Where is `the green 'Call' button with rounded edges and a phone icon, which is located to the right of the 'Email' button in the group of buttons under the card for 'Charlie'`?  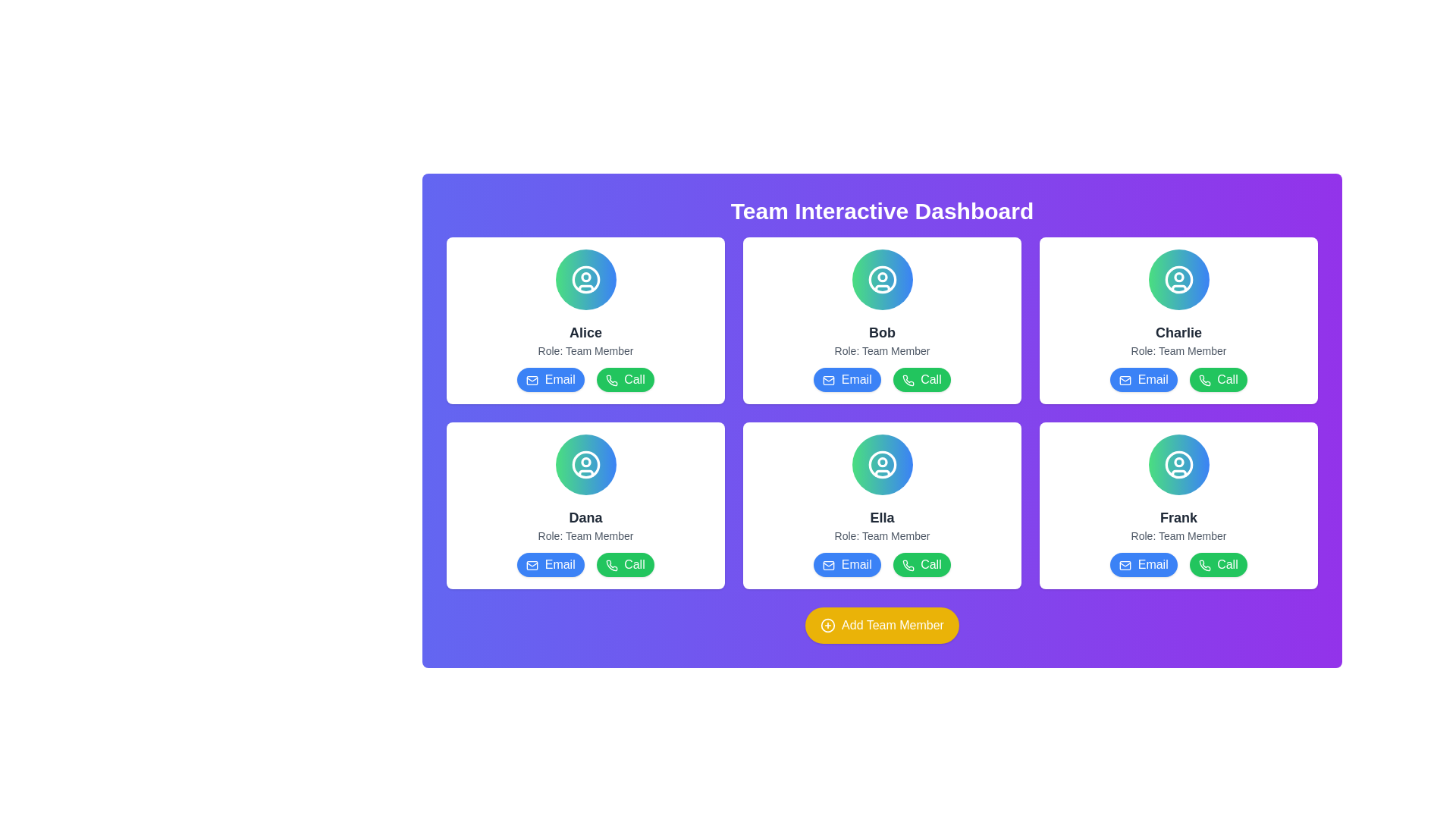 the green 'Call' button with rounded edges and a phone icon, which is located to the right of the 'Email' button in the group of buttons under the card for 'Charlie' is located at coordinates (1218, 379).